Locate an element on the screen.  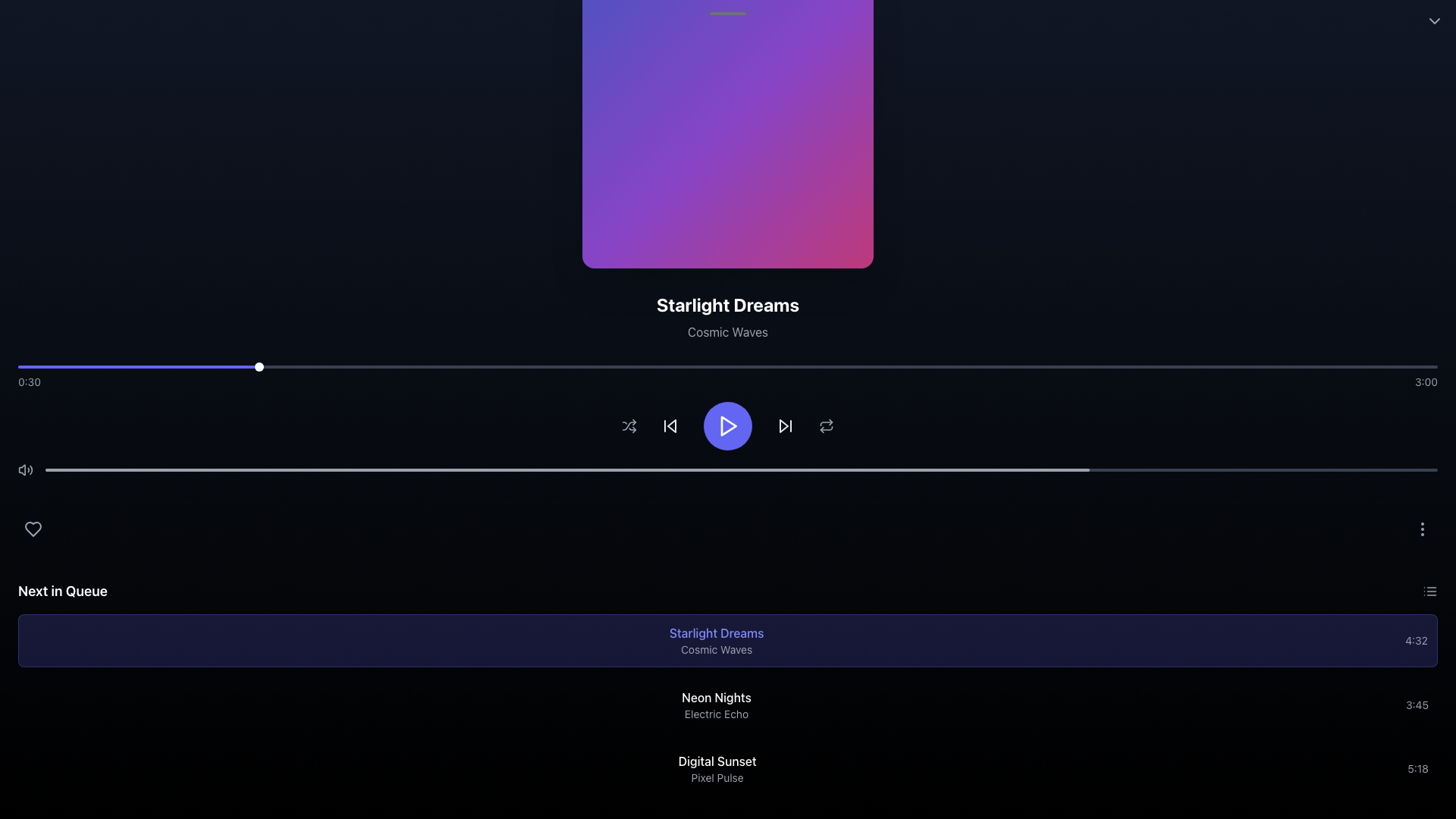
playback position is located at coordinates (340, 366).